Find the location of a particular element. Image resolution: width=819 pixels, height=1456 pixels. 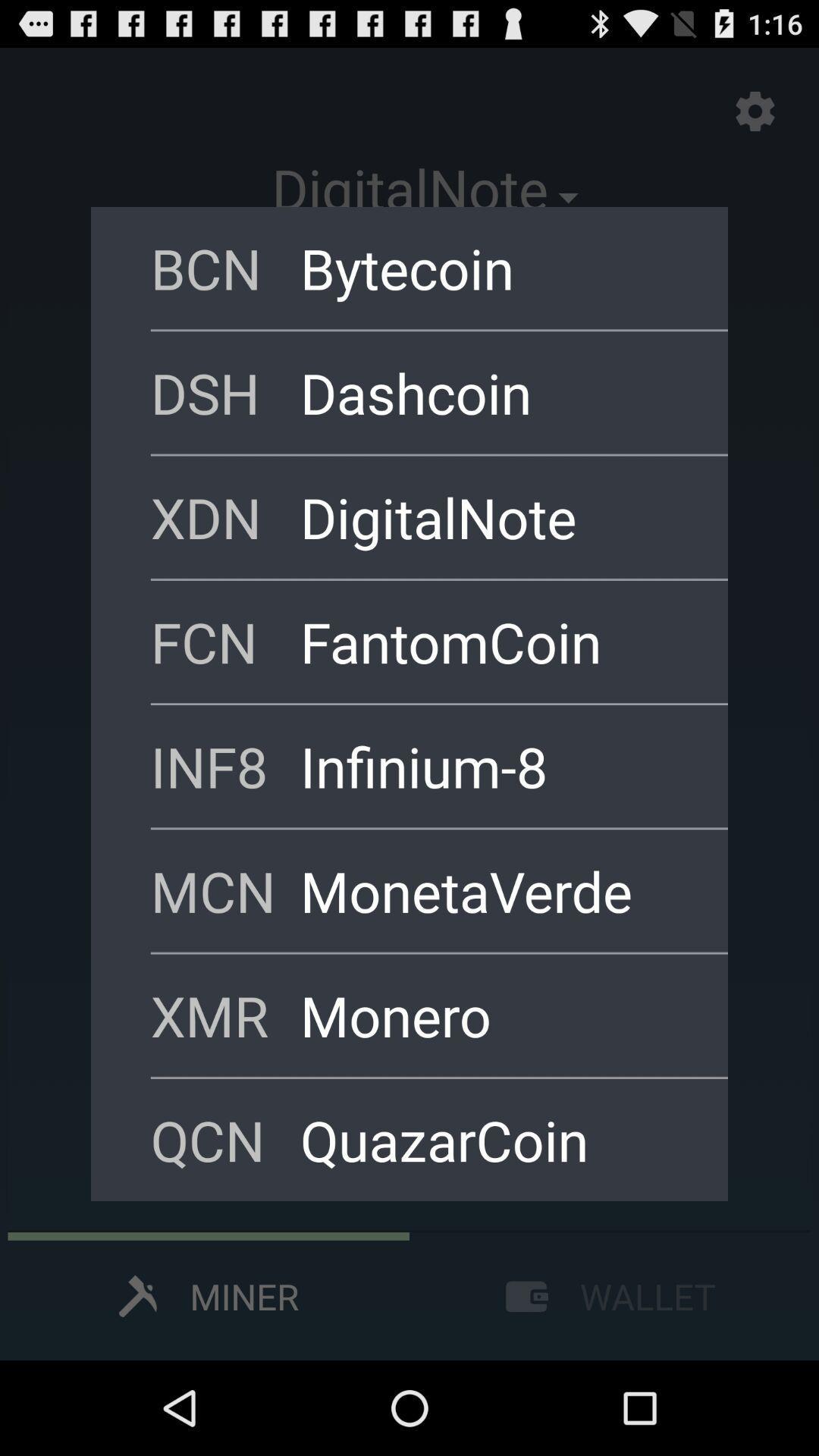

digitalnote app is located at coordinates (494, 517).